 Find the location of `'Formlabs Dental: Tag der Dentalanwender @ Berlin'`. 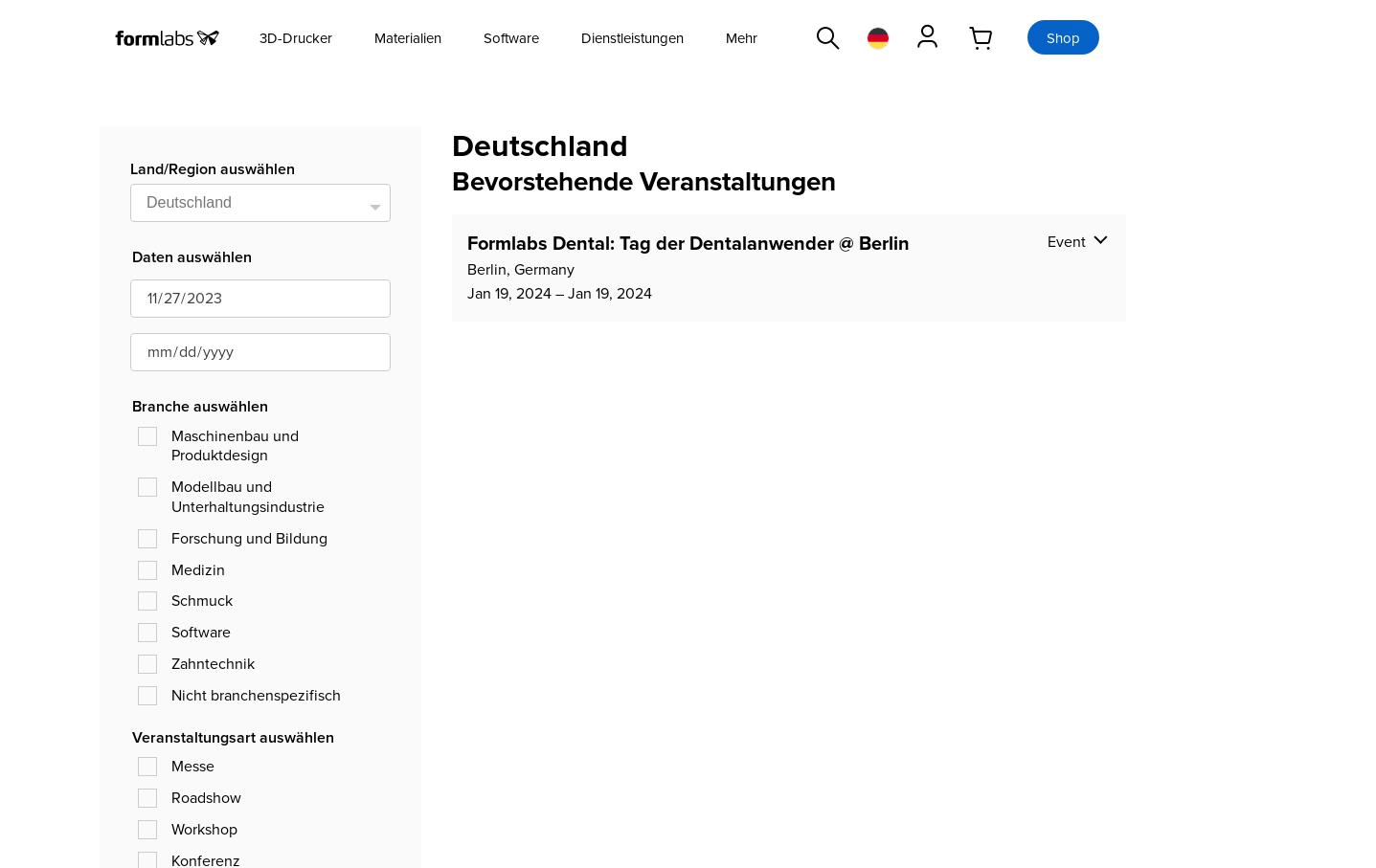

'Formlabs Dental: Tag der Dentalanwender @ Berlin' is located at coordinates (466, 241).